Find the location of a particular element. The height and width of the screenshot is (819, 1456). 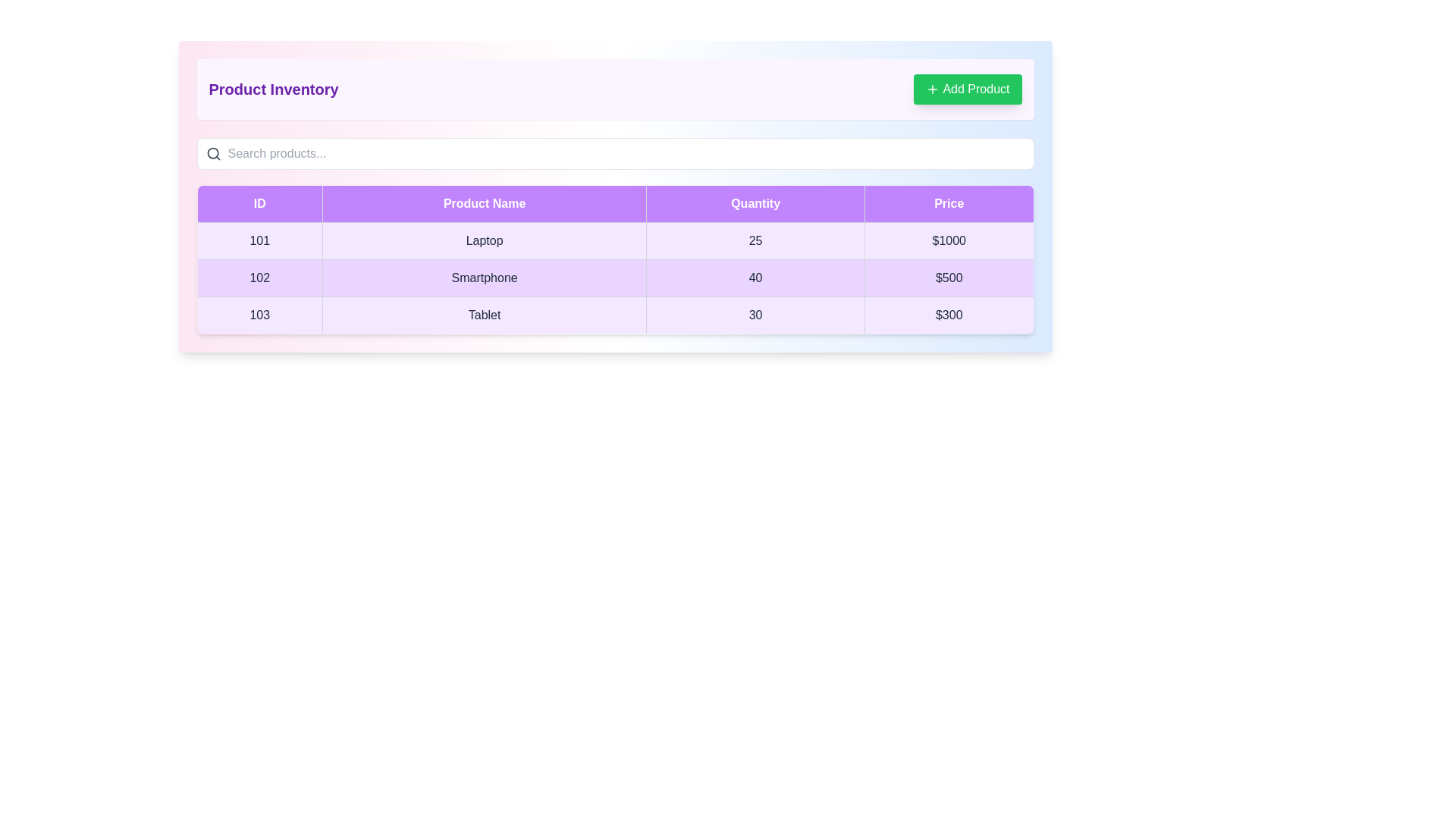

the static text label displaying the price of the product '$300' located in the 'Price' column of the table row for the product 'Tablet' is located at coordinates (948, 315).